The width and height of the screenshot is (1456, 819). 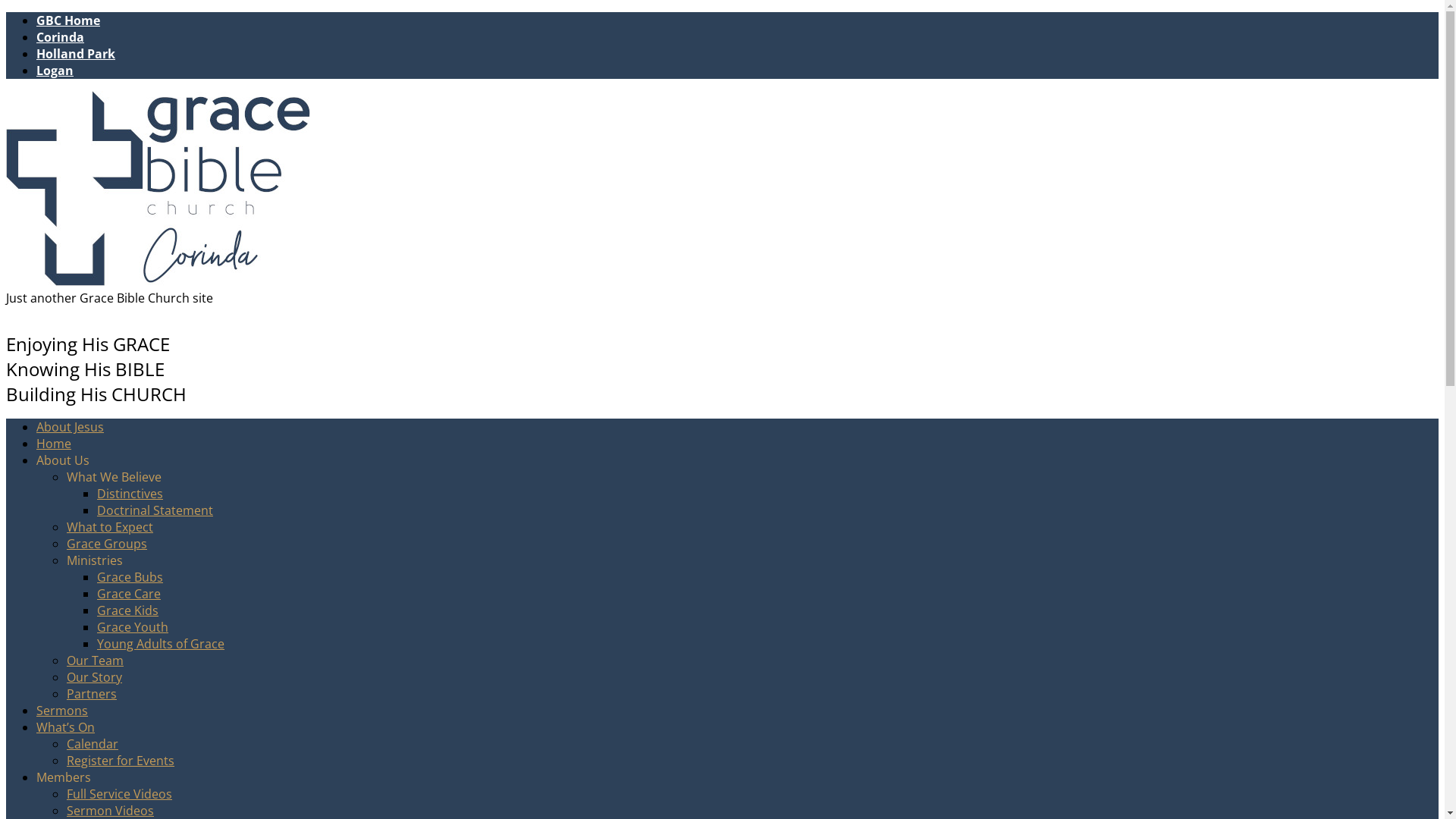 I want to click on 'Members', so click(x=36, y=777).